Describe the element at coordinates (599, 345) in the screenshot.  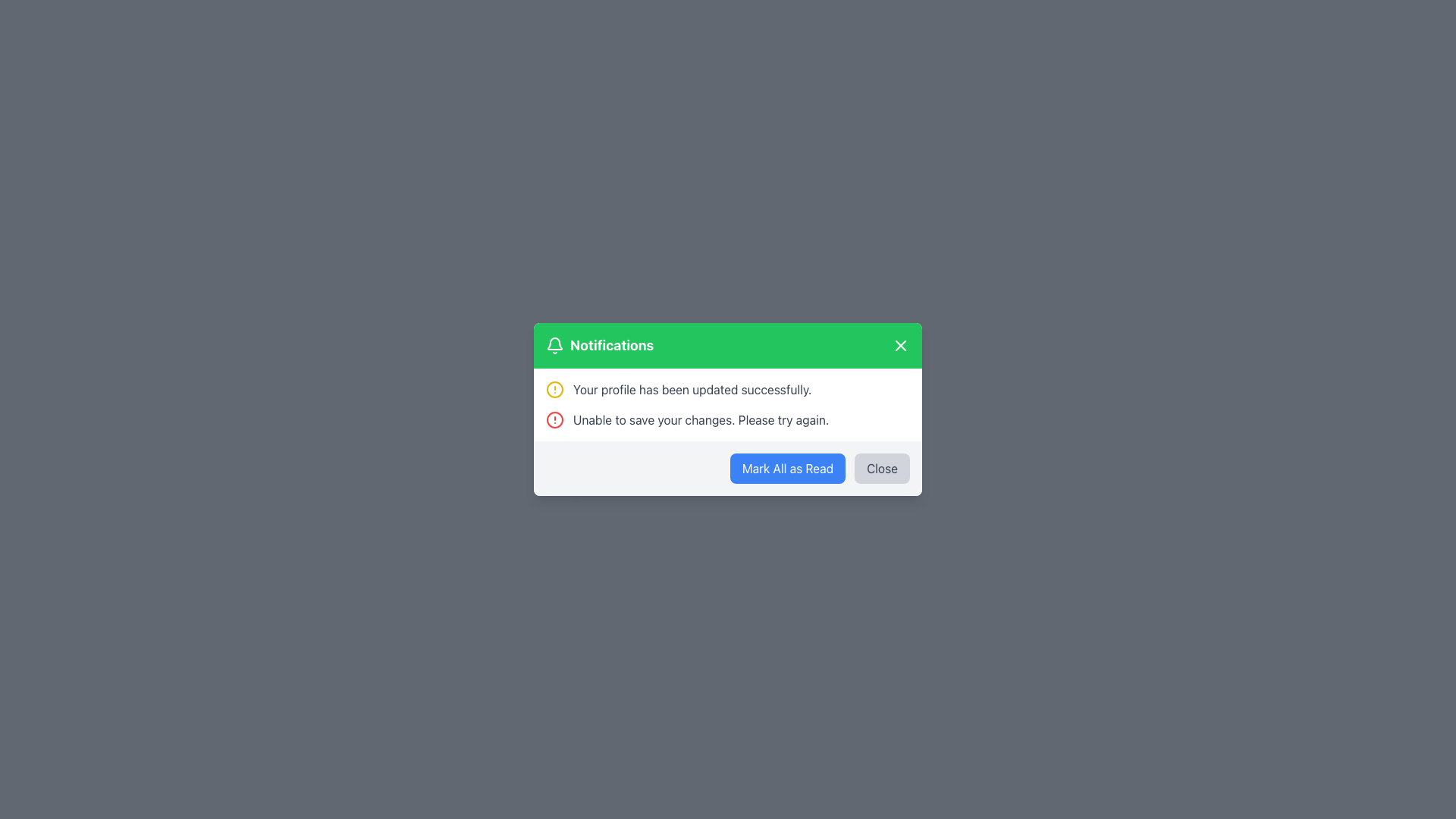
I see `the Text label with accompanying icon located in the green header bar of the notification pop-up` at that location.